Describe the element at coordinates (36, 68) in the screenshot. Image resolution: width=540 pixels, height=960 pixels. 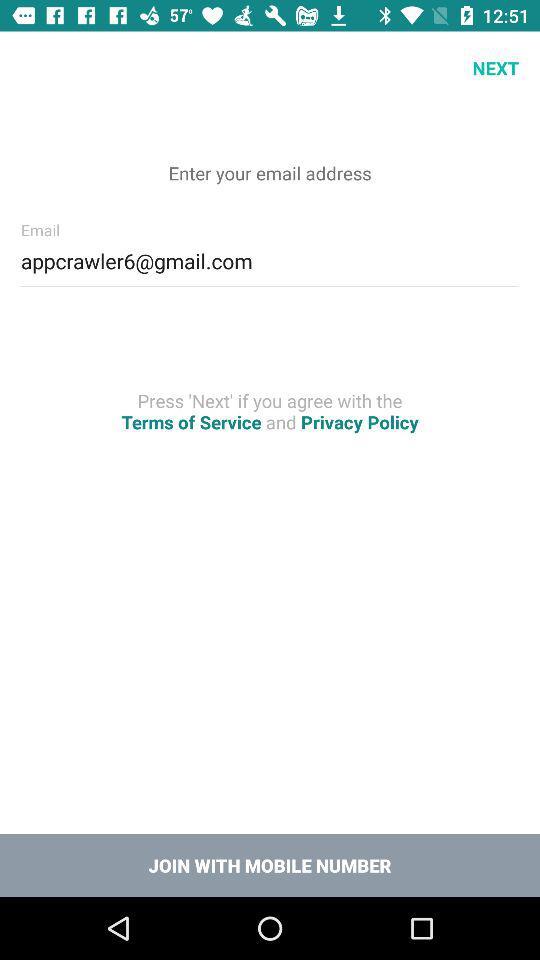
I see `item to the left of the next` at that location.